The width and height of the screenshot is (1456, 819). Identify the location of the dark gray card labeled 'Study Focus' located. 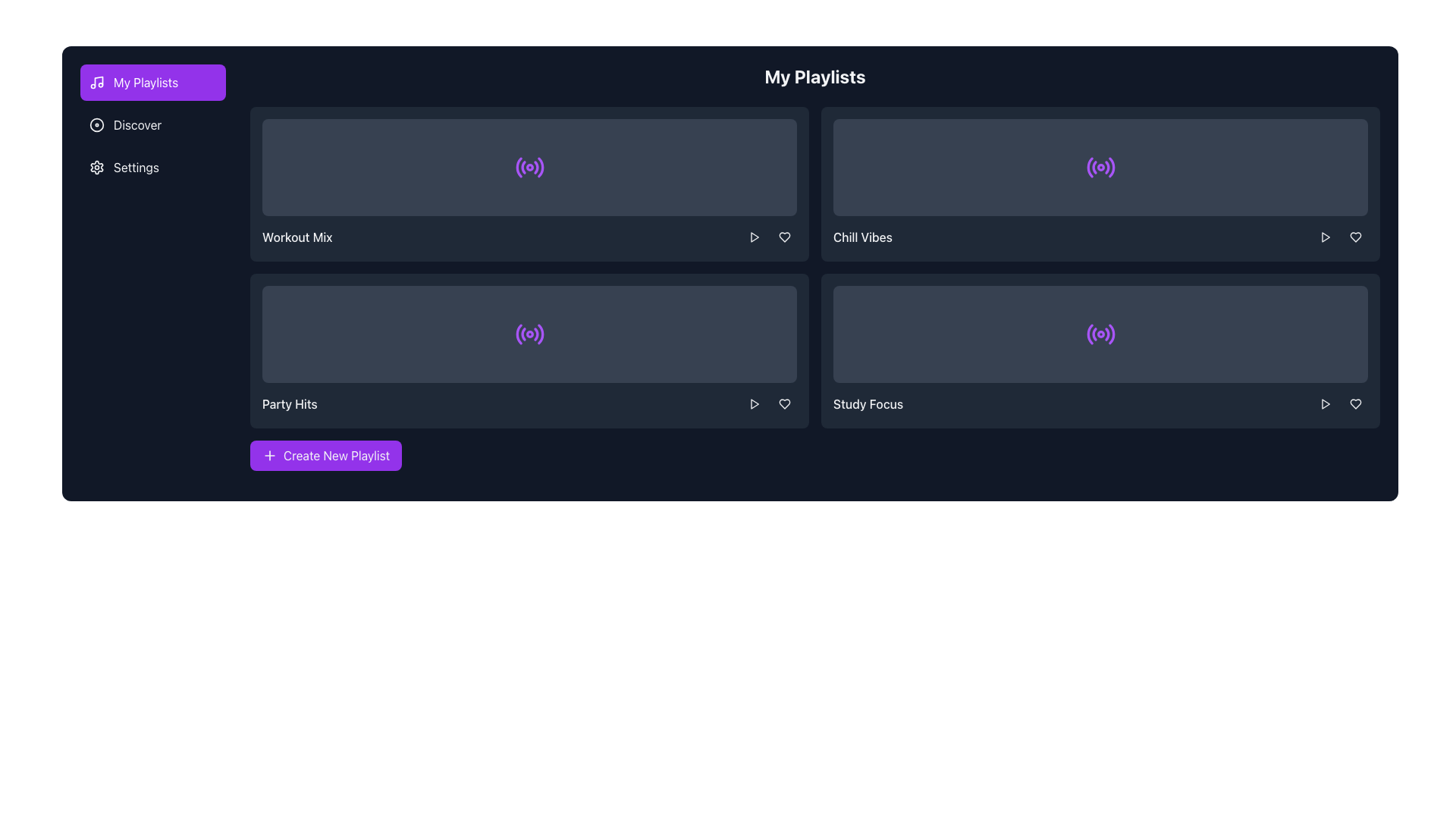
(1100, 350).